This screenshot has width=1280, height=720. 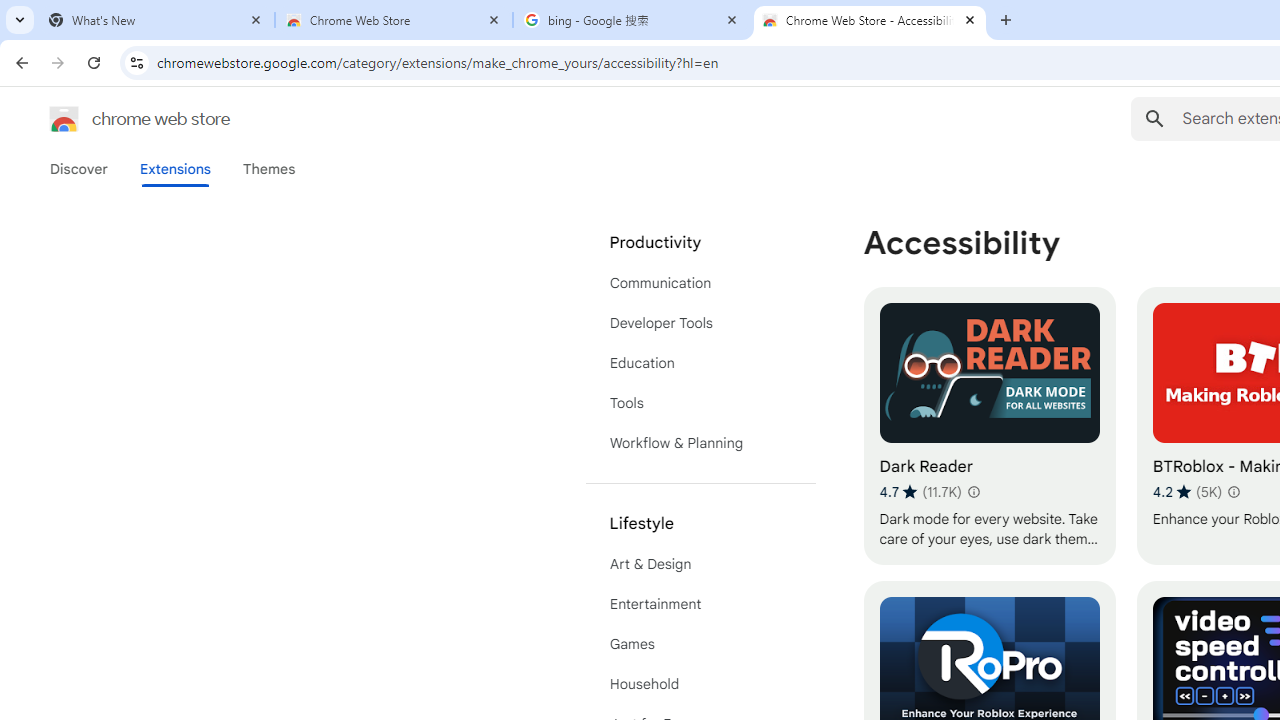 What do you see at coordinates (919, 491) in the screenshot?
I see `'Average rating 4.7 out of 5 stars. 11.7K ratings.'` at bounding box center [919, 491].